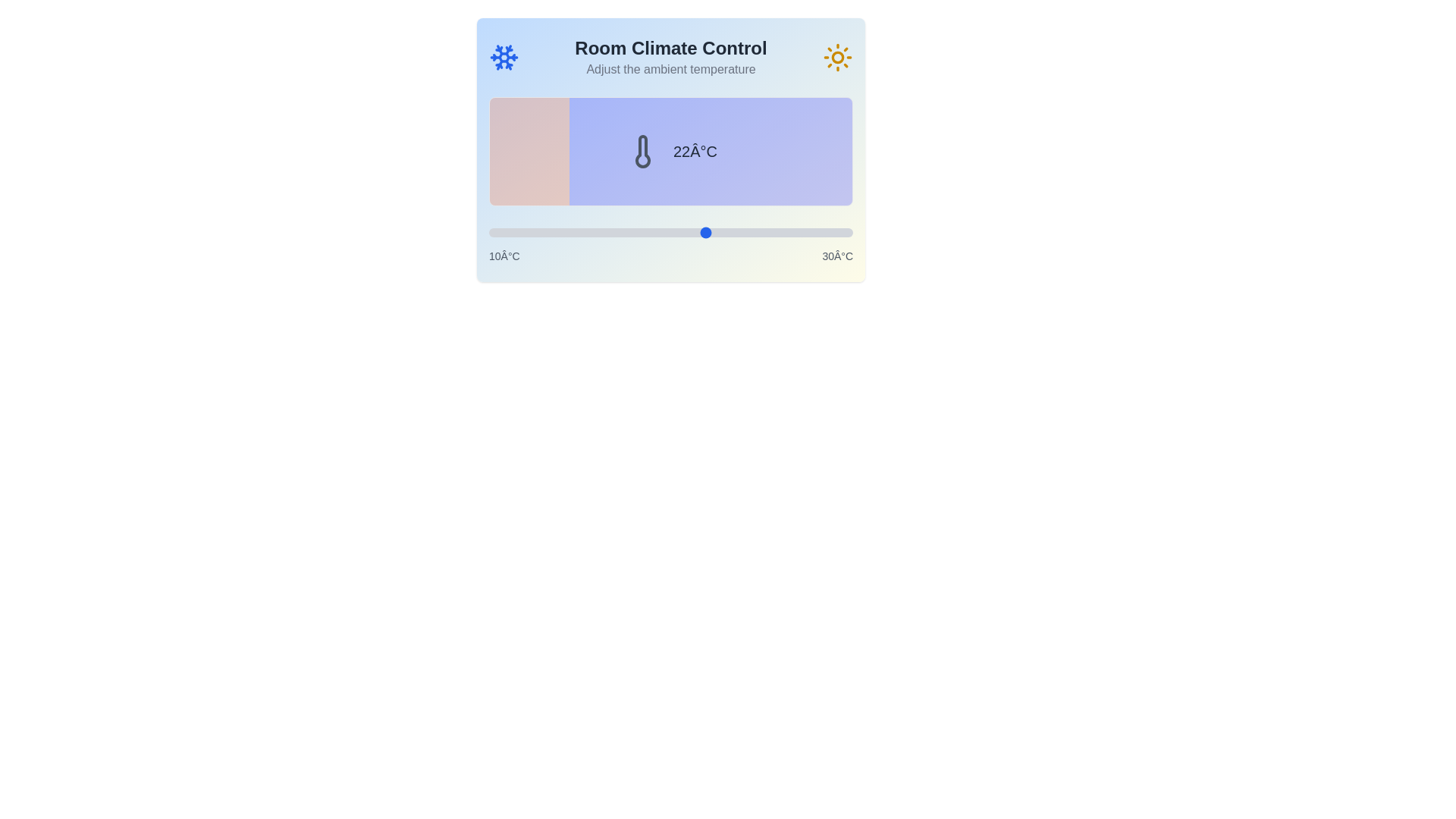 The width and height of the screenshot is (1456, 819). I want to click on the temperature slider to set the temperature to 14°C, so click(560, 233).